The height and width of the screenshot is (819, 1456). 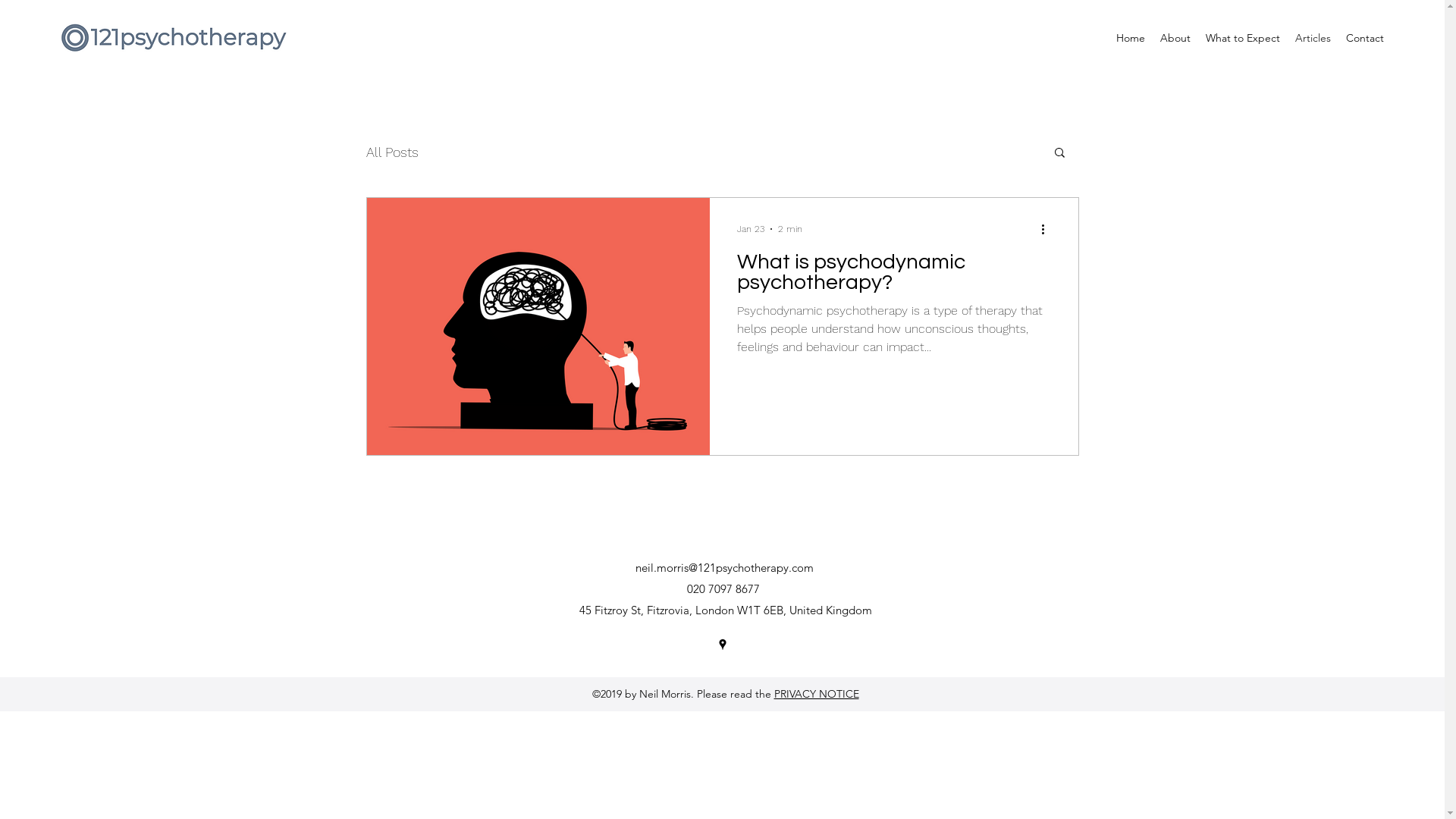 I want to click on 'neil.morris@121psychotherapy.com', so click(x=635, y=567).